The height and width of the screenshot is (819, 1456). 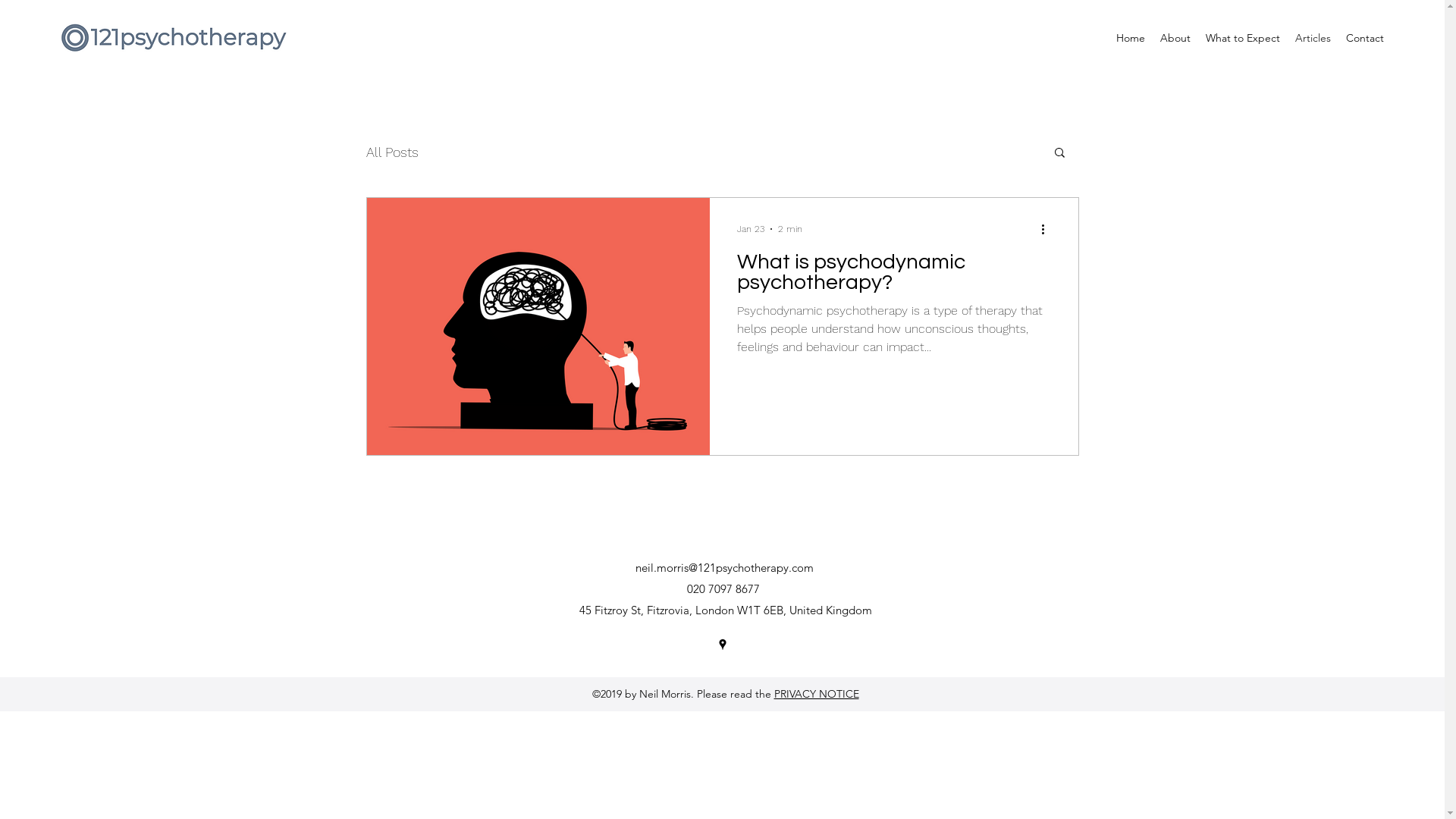 I want to click on 'neil.morris@121psychotherapy.com', so click(x=635, y=567).